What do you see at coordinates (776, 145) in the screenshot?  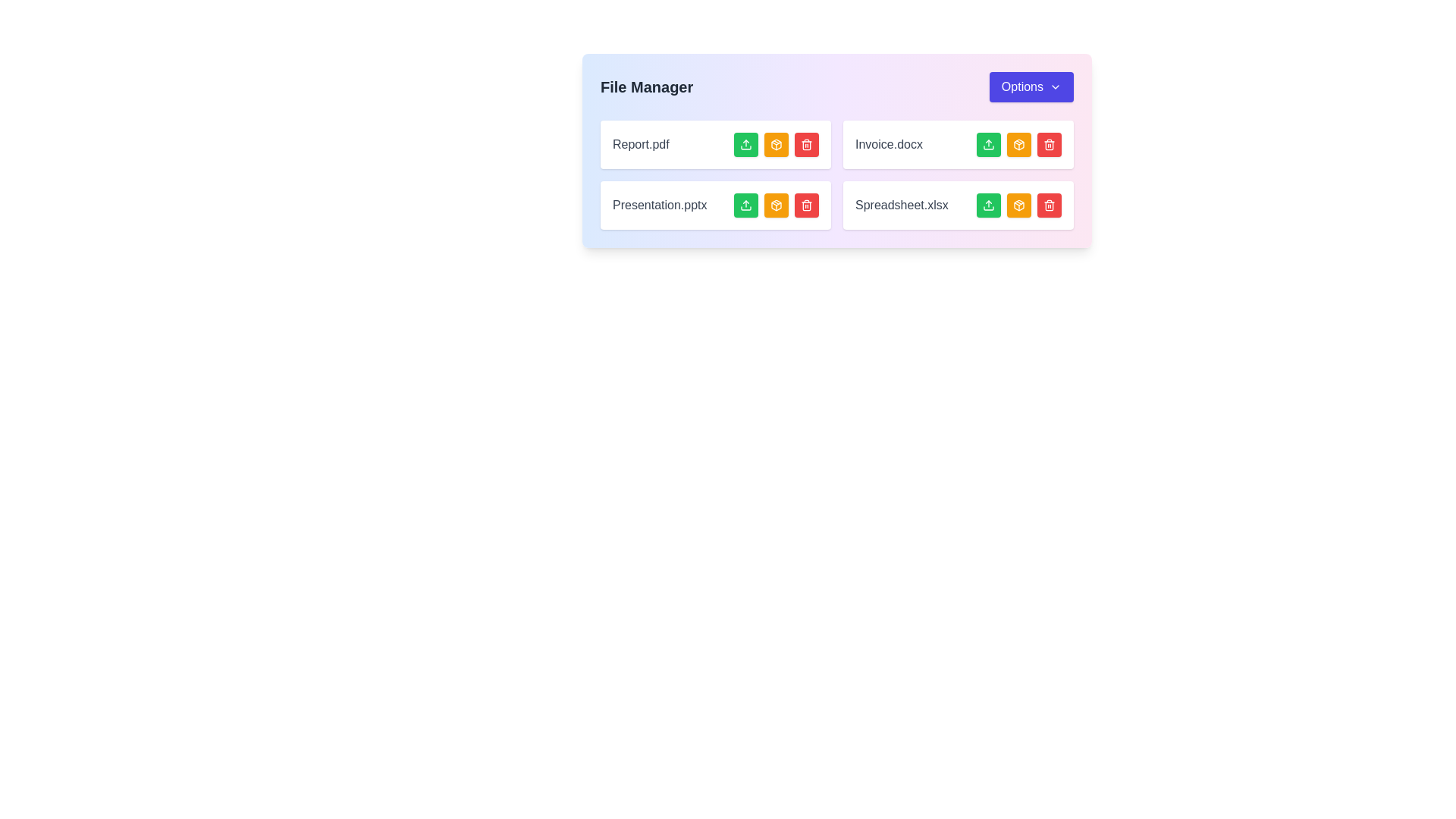 I see `the square-shaped amber button with a white box icon, located in the row for 'Report.pdf'` at bounding box center [776, 145].